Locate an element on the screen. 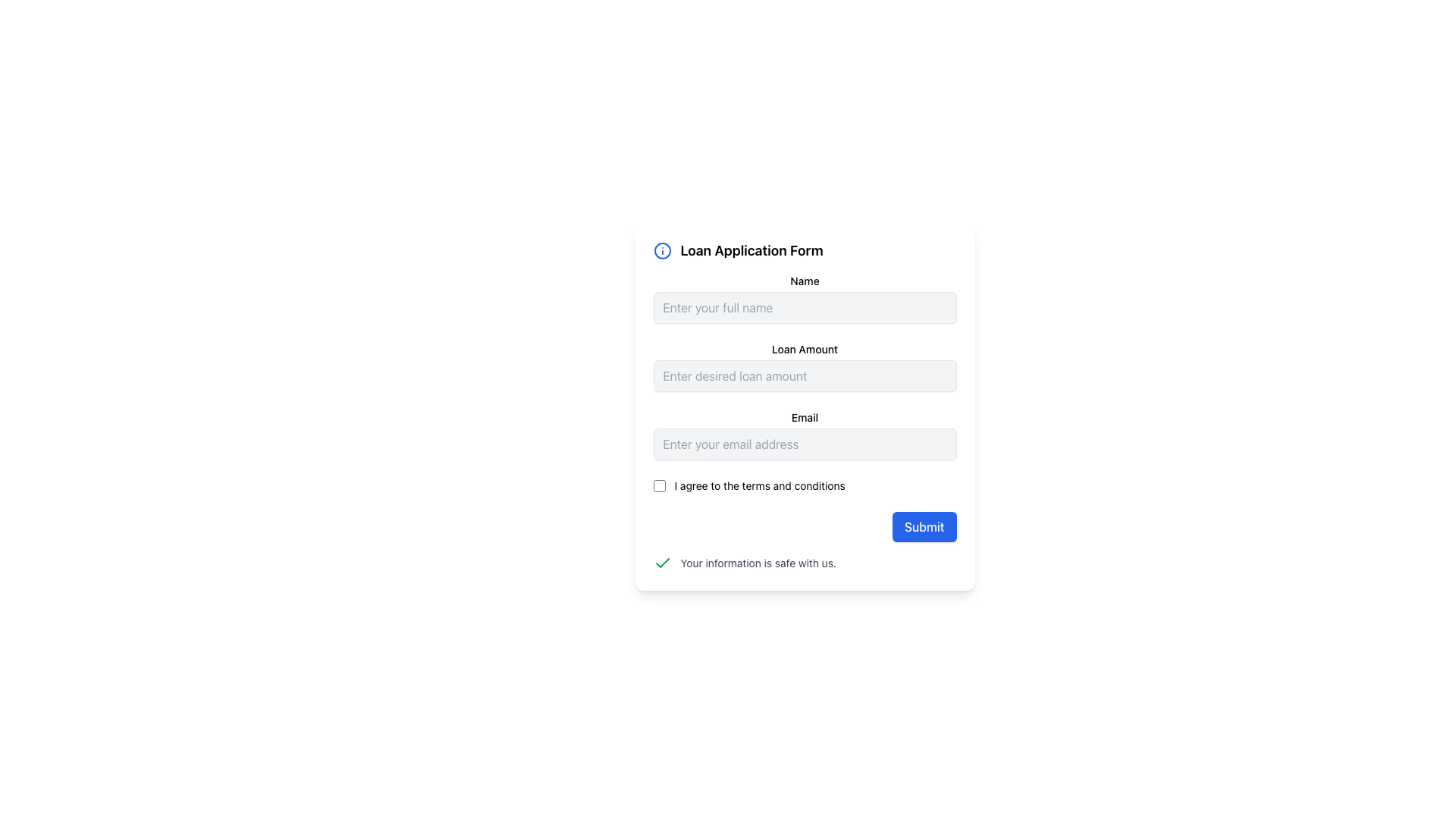  the text label 'I agree to the terms and conditions' of the checkbox element located above the 'Submit' button is located at coordinates (804, 485).